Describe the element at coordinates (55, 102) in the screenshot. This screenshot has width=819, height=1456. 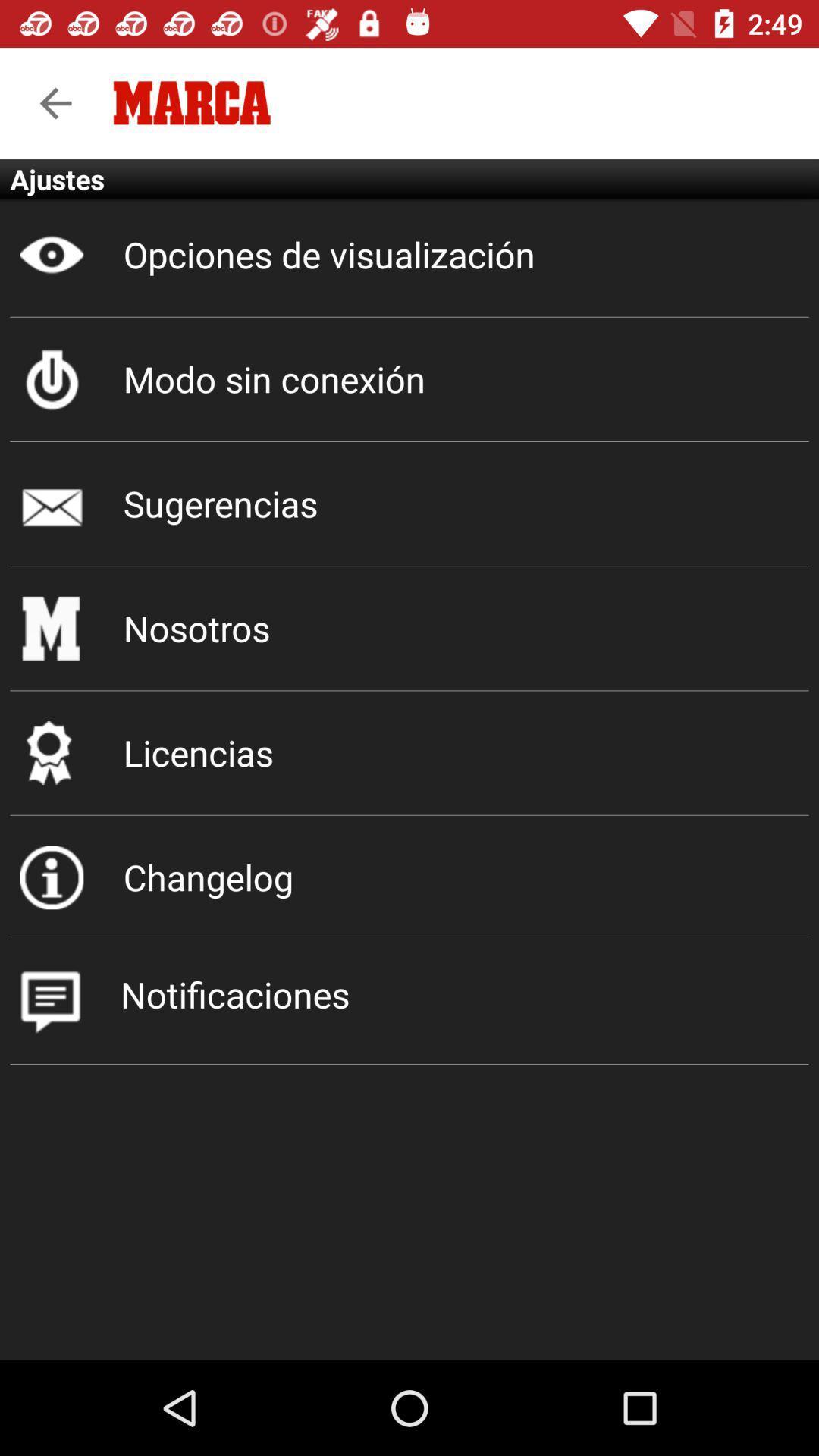
I see `the item above ajustes icon` at that location.